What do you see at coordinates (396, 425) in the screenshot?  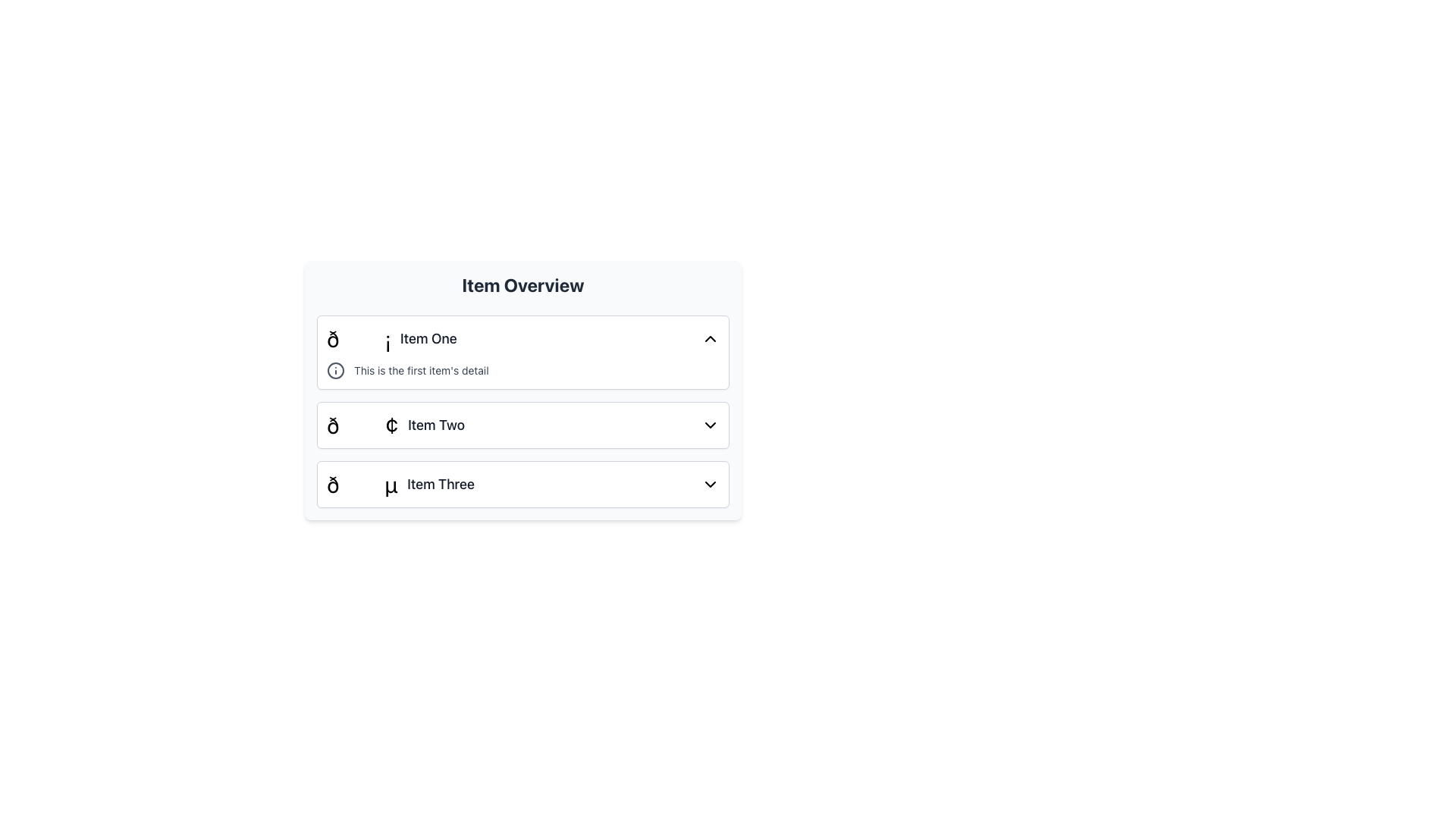 I see `the list item 'Item Two'` at bounding box center [396, 425].